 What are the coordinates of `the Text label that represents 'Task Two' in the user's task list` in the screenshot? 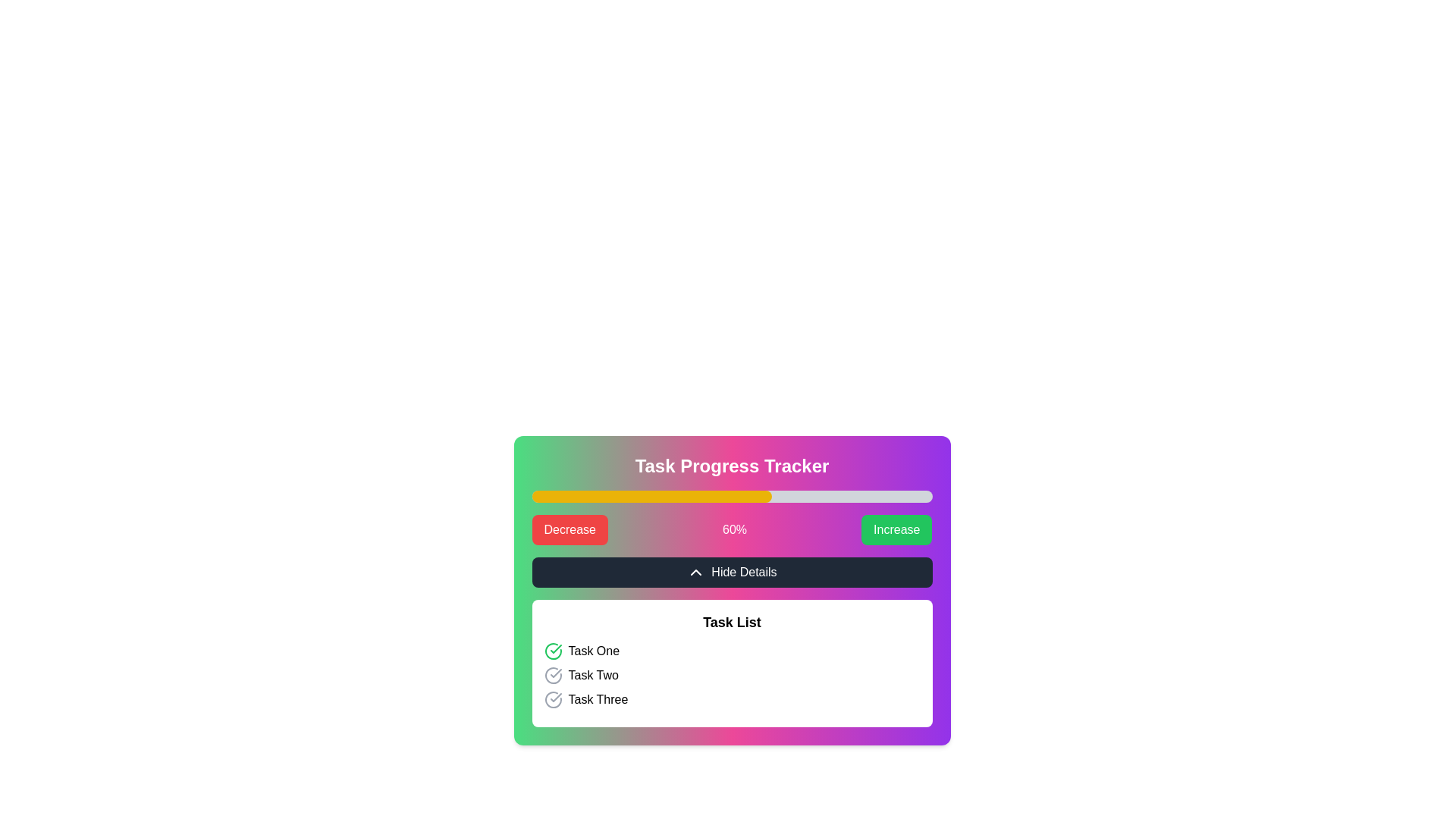 It's located at (592, 675).